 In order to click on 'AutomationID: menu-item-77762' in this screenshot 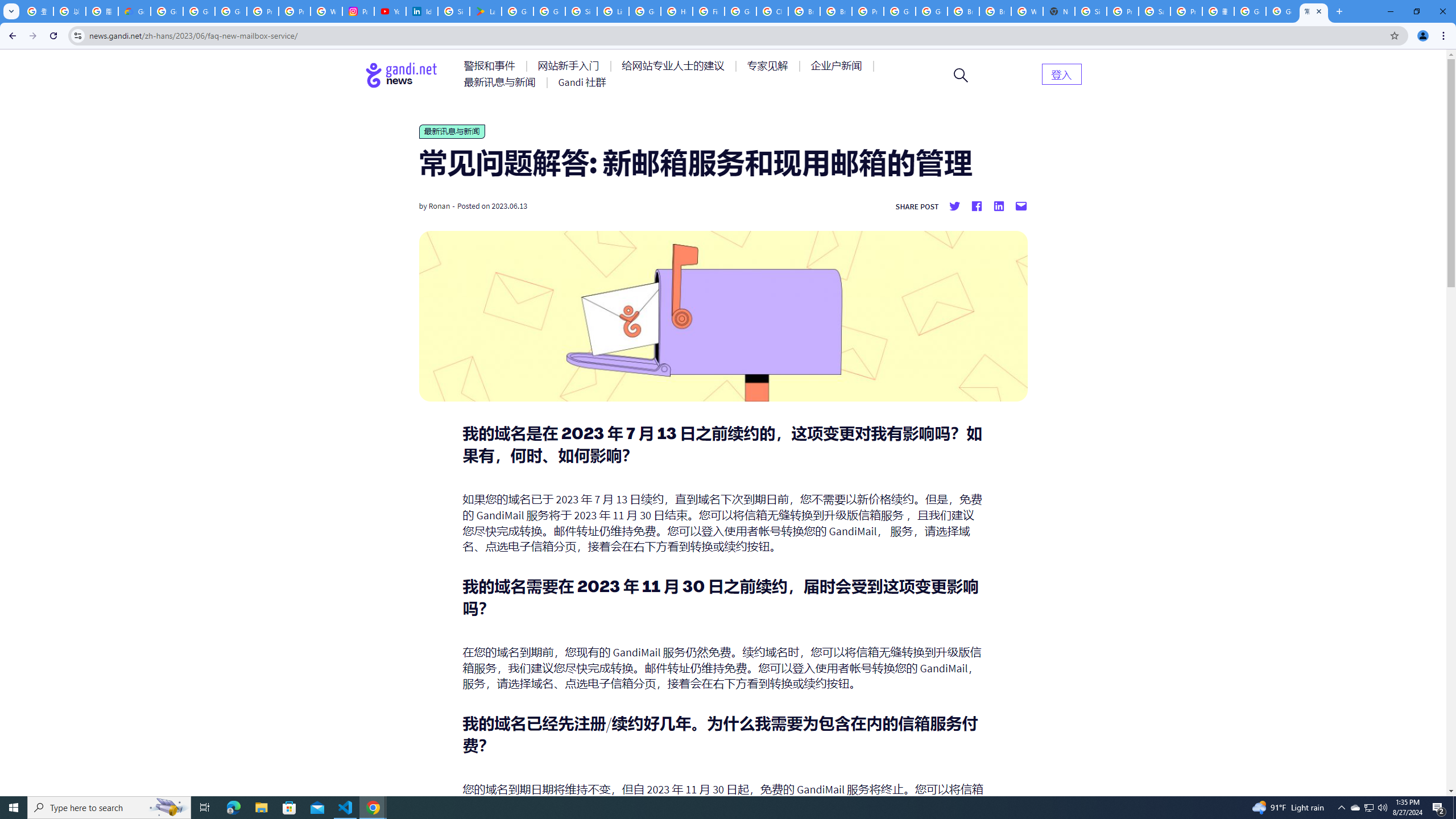, I will do `click(570, 65)`.